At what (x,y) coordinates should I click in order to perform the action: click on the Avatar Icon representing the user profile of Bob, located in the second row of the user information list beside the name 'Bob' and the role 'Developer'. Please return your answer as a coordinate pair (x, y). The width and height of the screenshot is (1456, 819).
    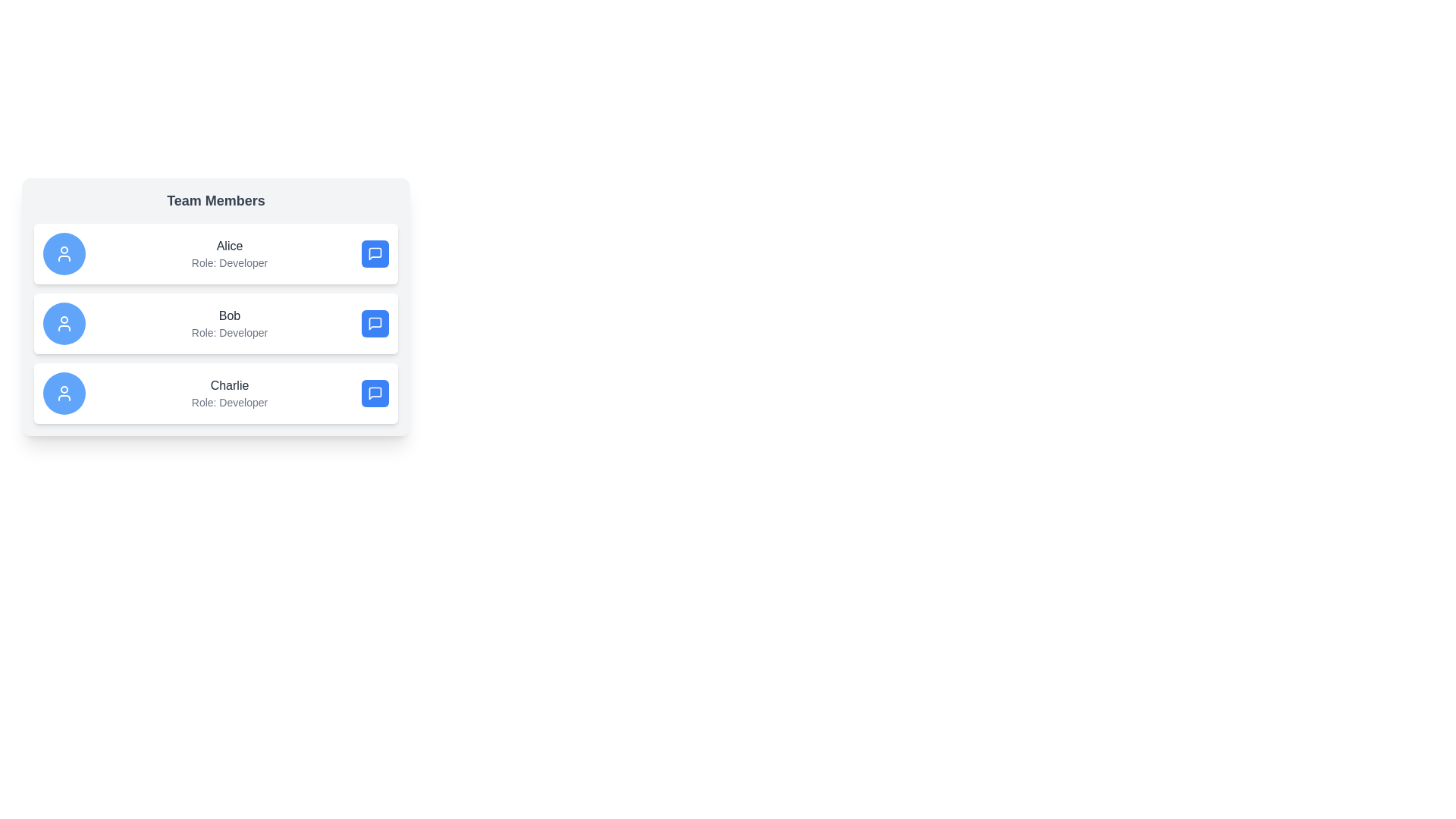
    Looking at the image, I should click on (64, 323).